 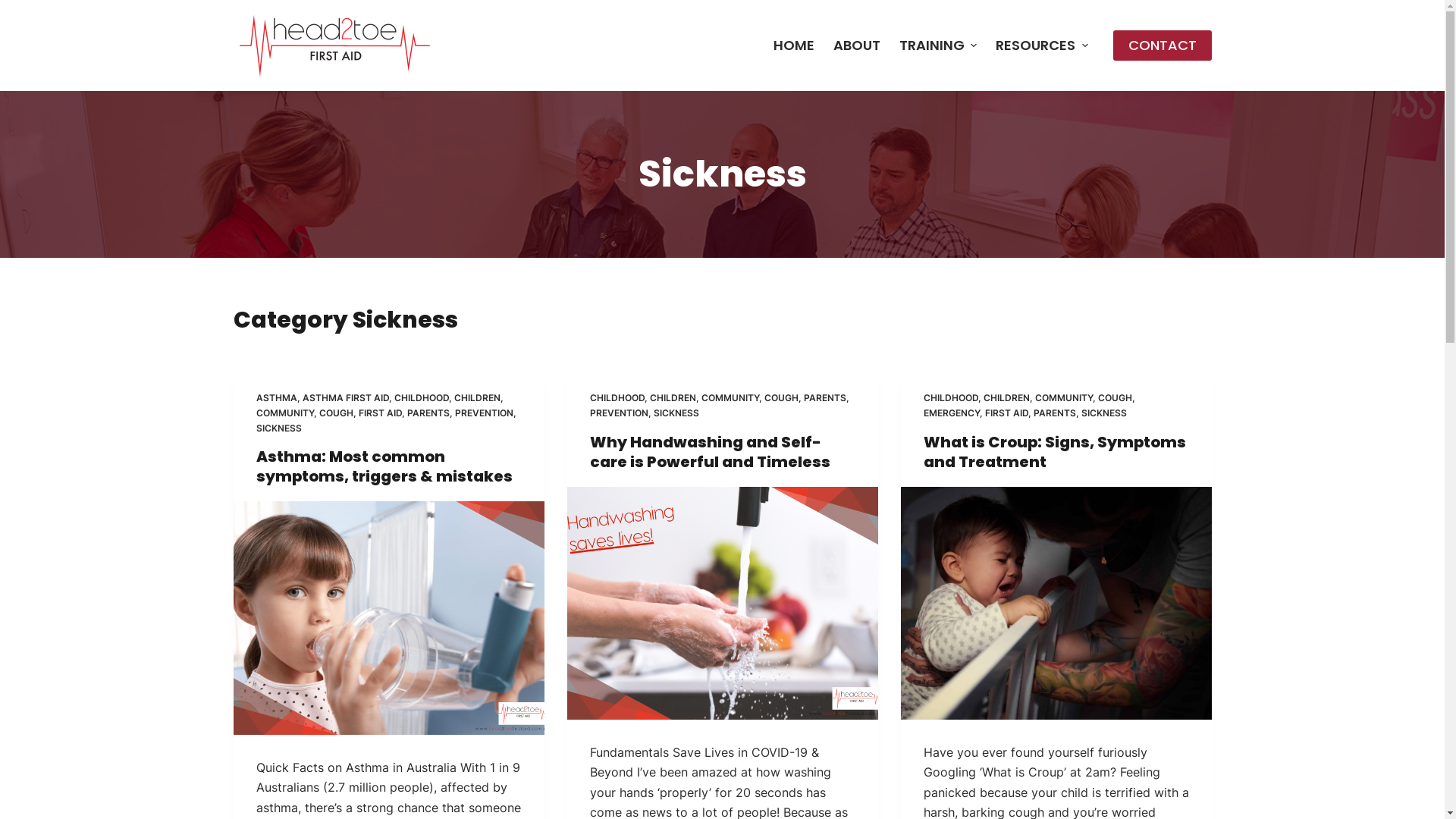 What do you see at coordinates (284, 413) in the screenshot?
I see `'COMMUNITY'` at bounding box center [284, 413].